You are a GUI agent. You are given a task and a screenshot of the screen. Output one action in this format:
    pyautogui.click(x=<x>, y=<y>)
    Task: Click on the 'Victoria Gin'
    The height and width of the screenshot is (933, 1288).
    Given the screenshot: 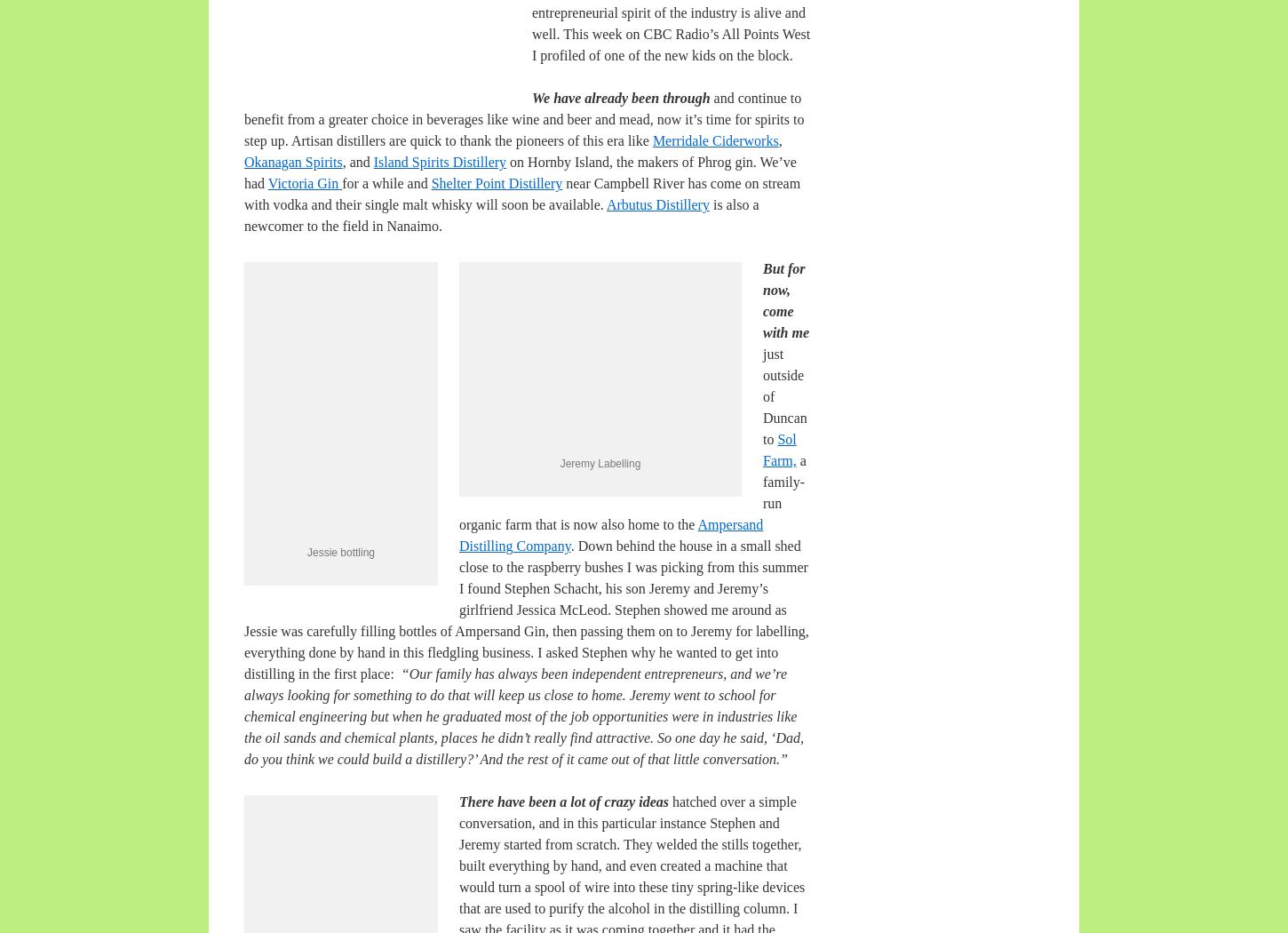 What is the action you would take?
    pyautogui.click(x=305, y=182)
    